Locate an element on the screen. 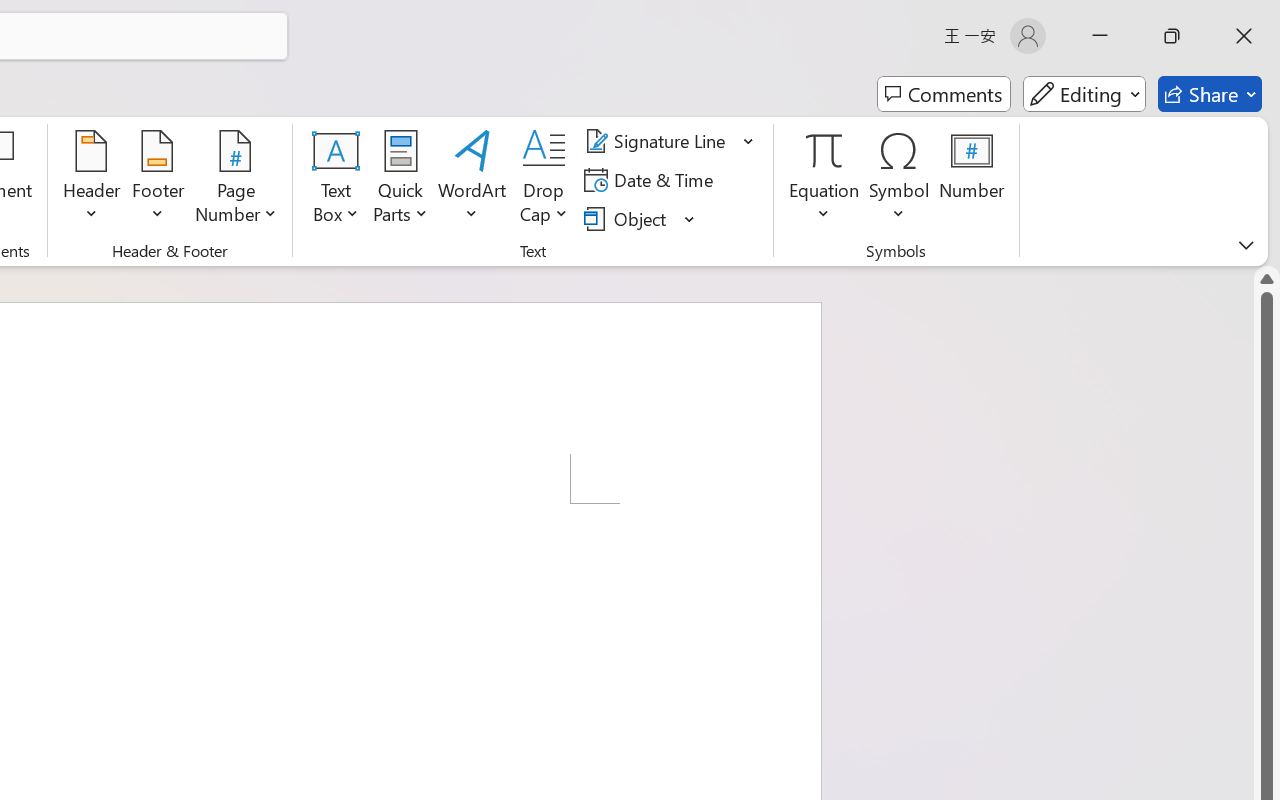 The width and height of the screenshot is (1280, 800). 'Header' is located at coordinates (91, 179).